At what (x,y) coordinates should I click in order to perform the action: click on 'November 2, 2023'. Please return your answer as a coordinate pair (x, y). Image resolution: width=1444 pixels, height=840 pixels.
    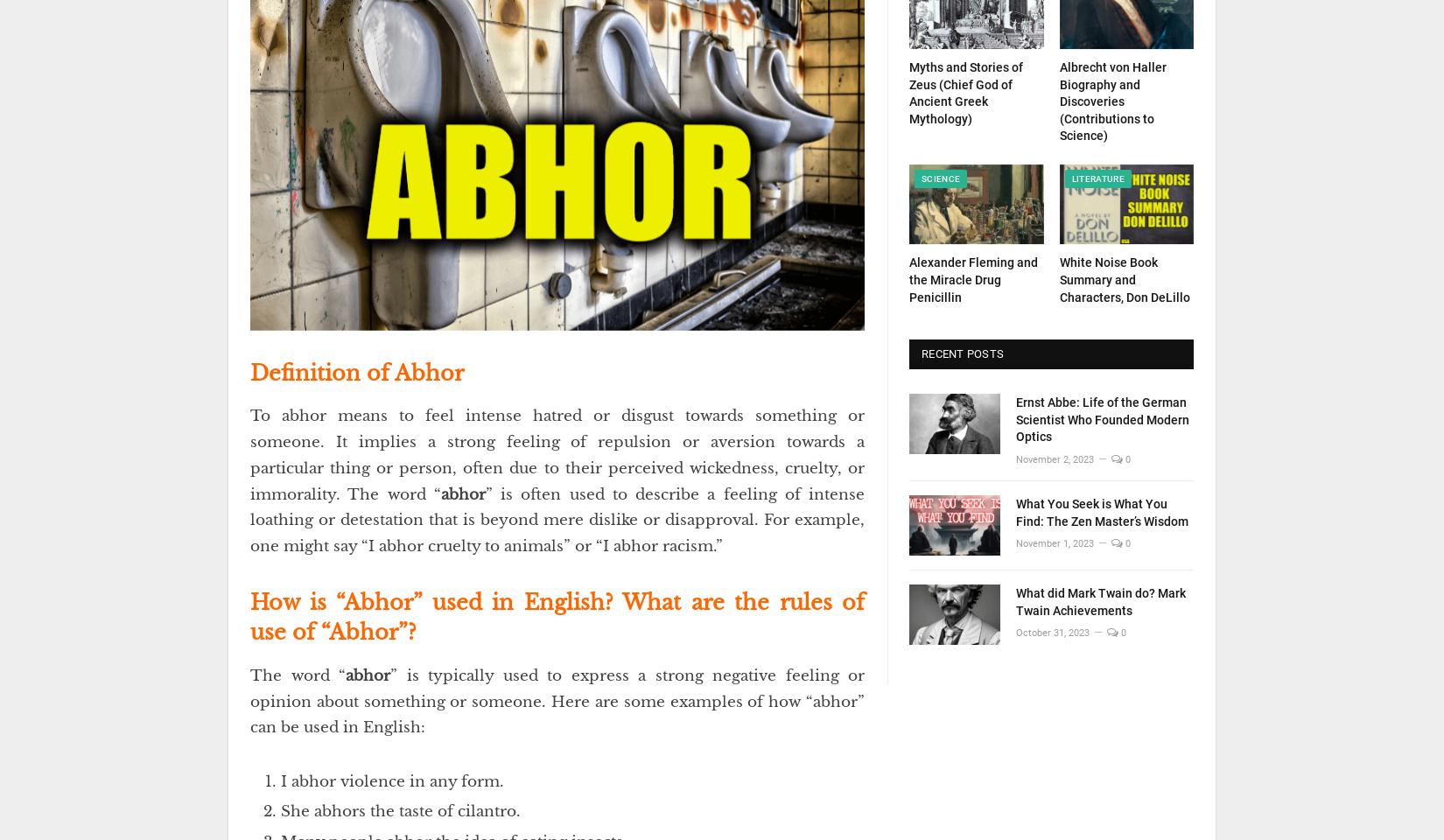
    Looking at the image, I should click on (1055, 458).